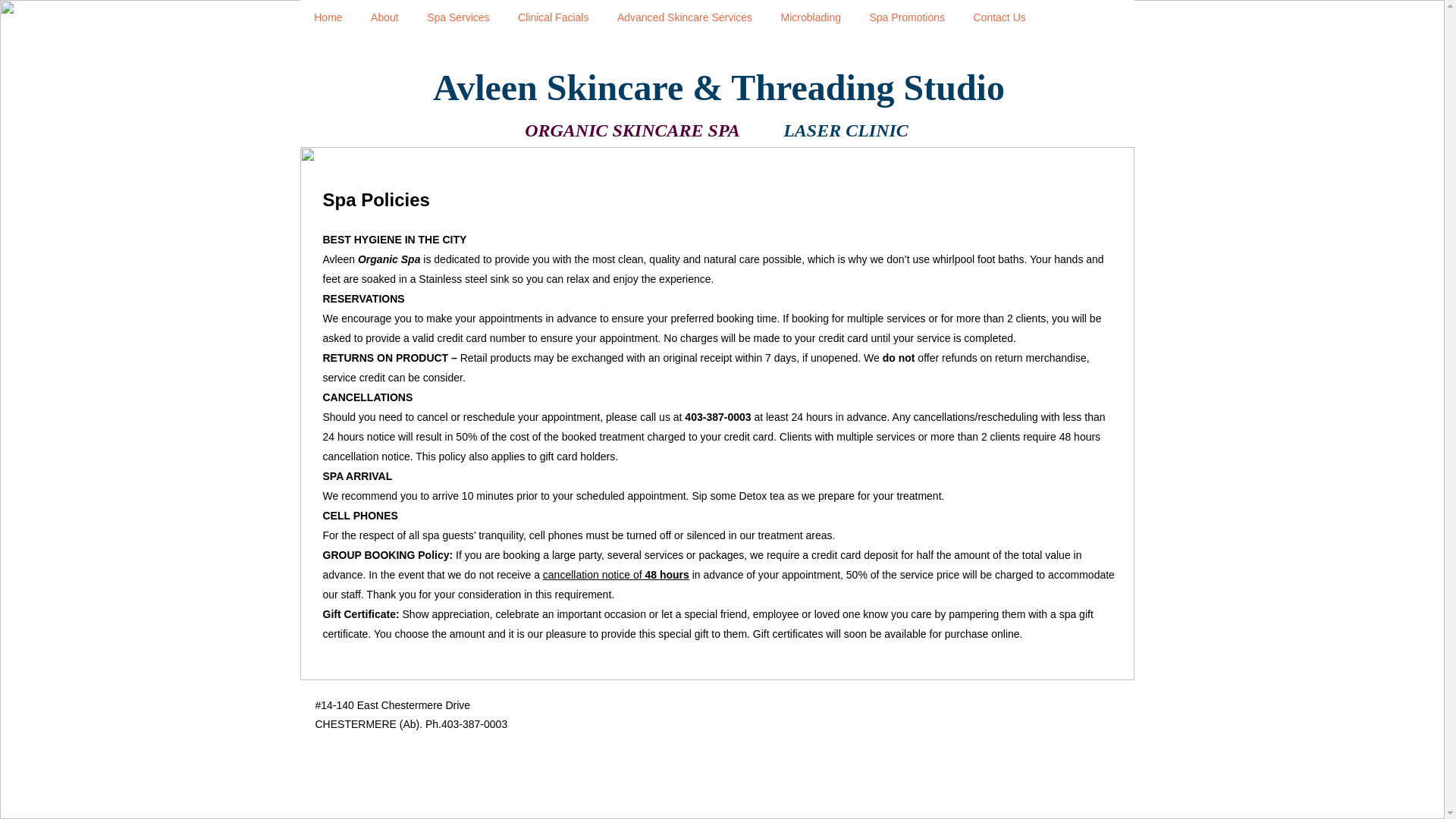 The image size is (1456, 819). What do you see at coordinates (999, 17) in the screenshot?
I see `'Contact Us'` at bounding box center [999, 17].